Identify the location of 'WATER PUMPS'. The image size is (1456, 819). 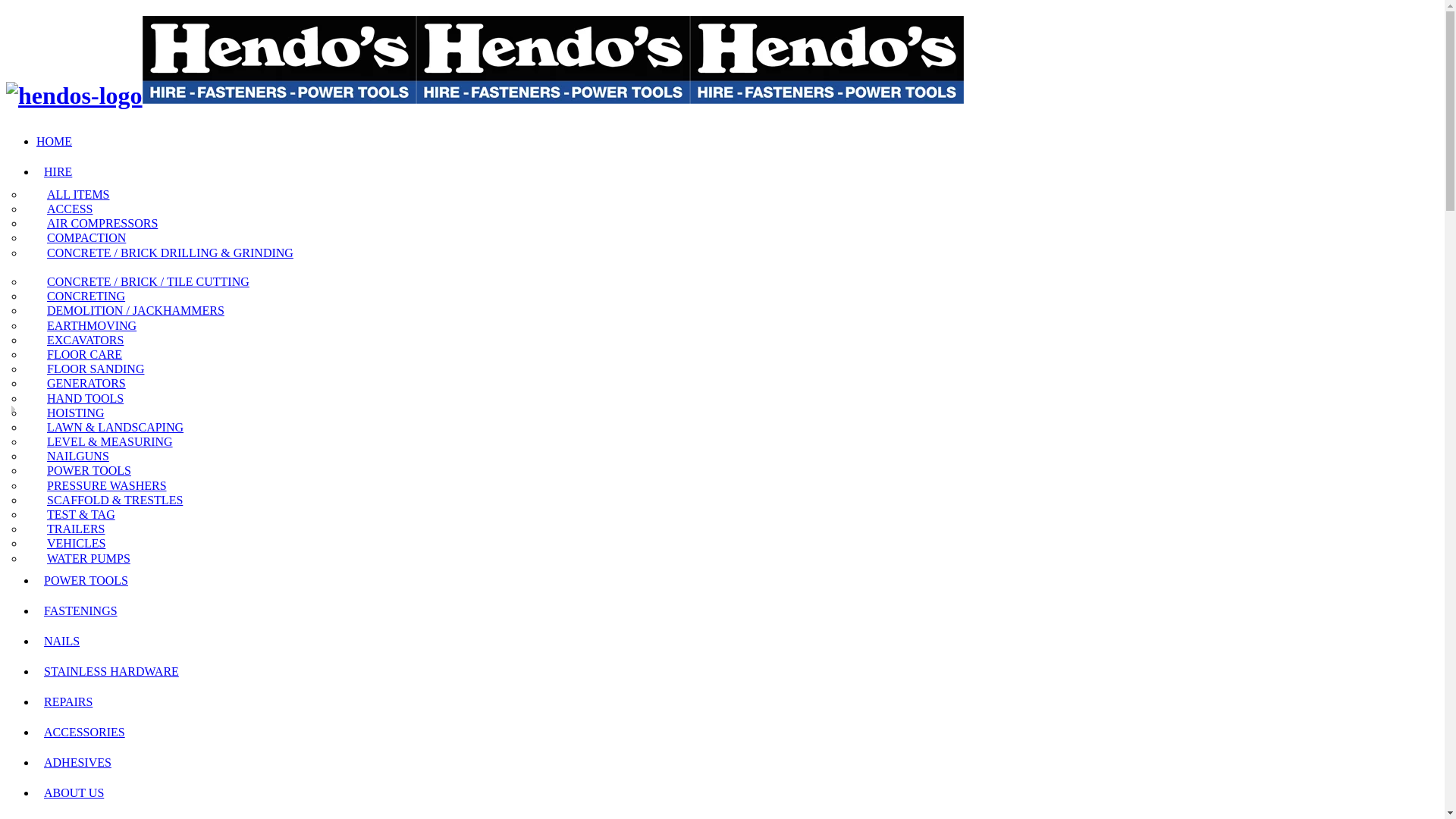
(83, 558).